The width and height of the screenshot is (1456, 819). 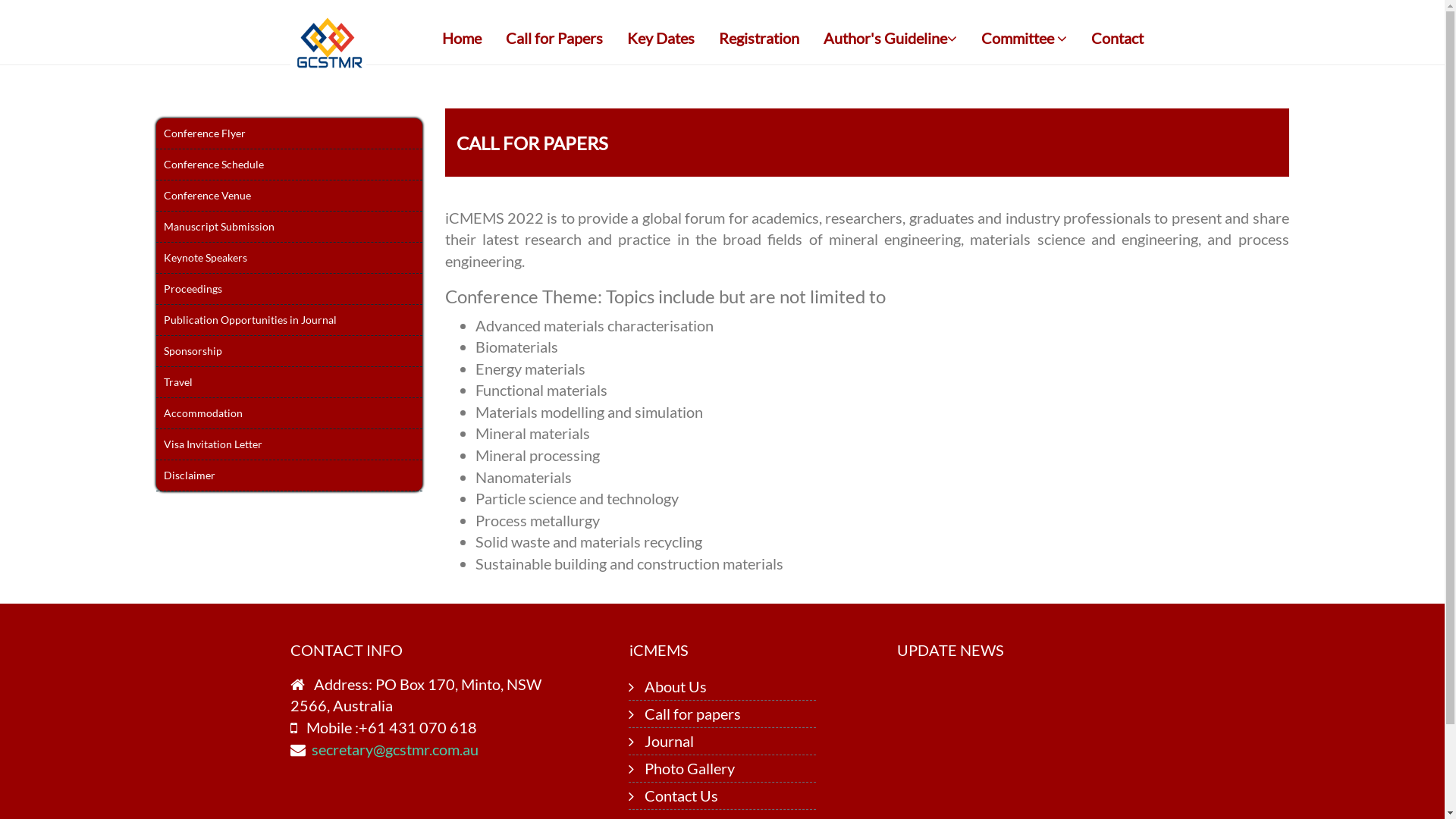 What do you see at coordinates (644, 739) in the screenshot?
I see `'Journal'` at bounding box center [644, 739].